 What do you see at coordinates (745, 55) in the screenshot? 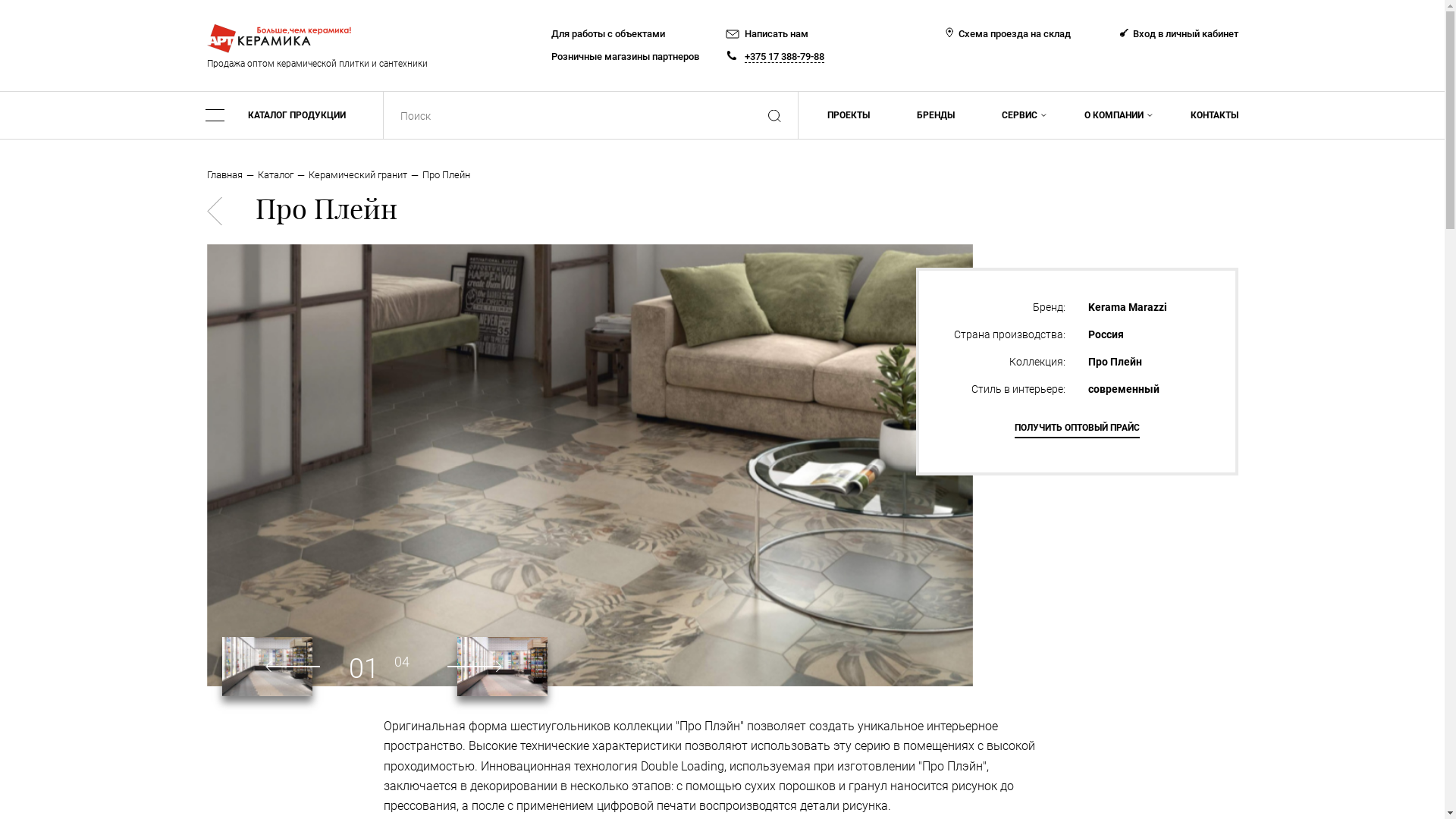
I see `'+375 17 388-79-88'` at bounding box center [745, 55].